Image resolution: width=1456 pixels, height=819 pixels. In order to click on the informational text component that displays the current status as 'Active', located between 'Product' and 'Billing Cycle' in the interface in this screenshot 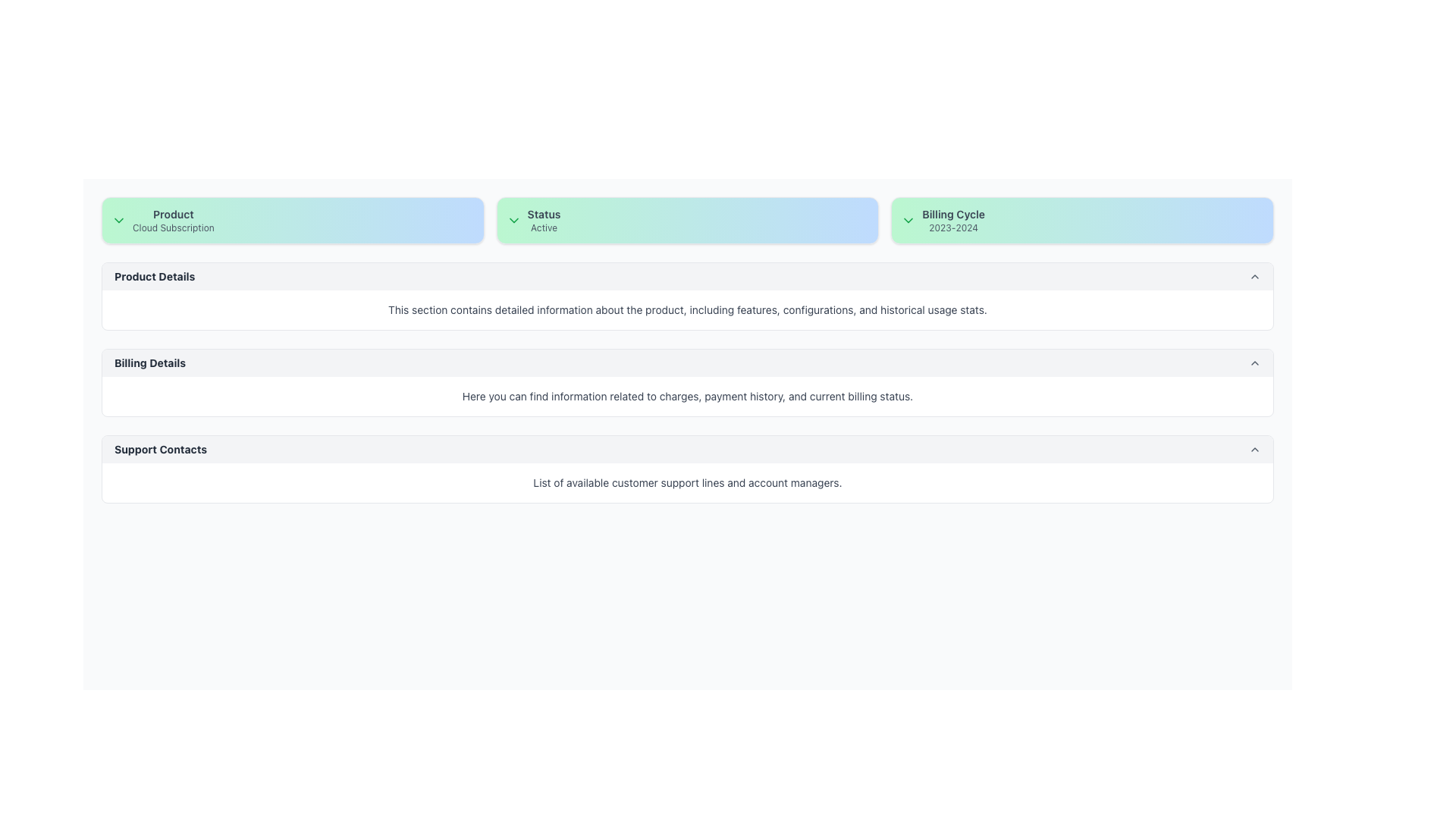, I will do `click(544, 220)`.